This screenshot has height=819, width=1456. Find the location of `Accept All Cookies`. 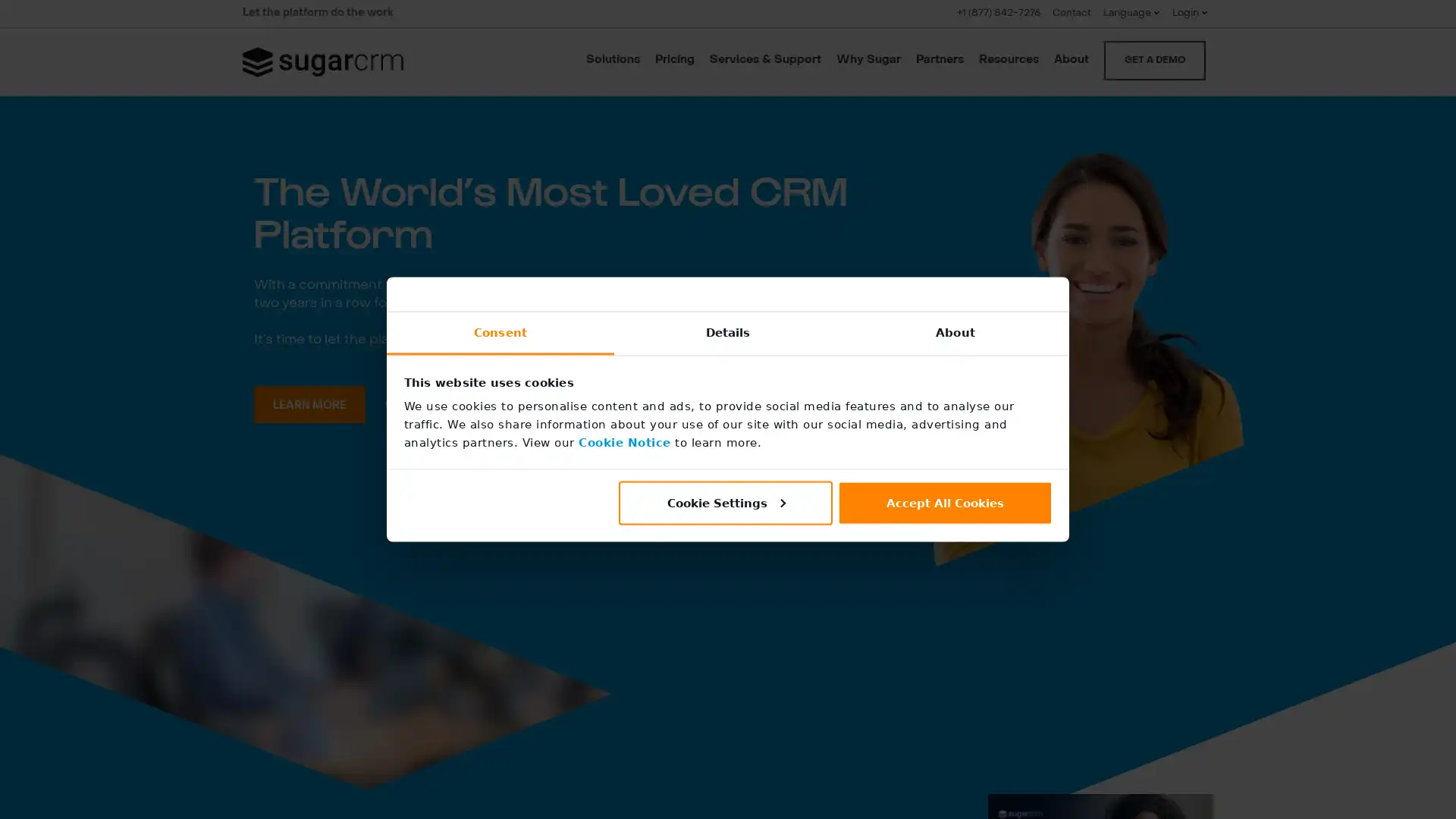

Accept All Cookies is located at coordinates (944, 503).